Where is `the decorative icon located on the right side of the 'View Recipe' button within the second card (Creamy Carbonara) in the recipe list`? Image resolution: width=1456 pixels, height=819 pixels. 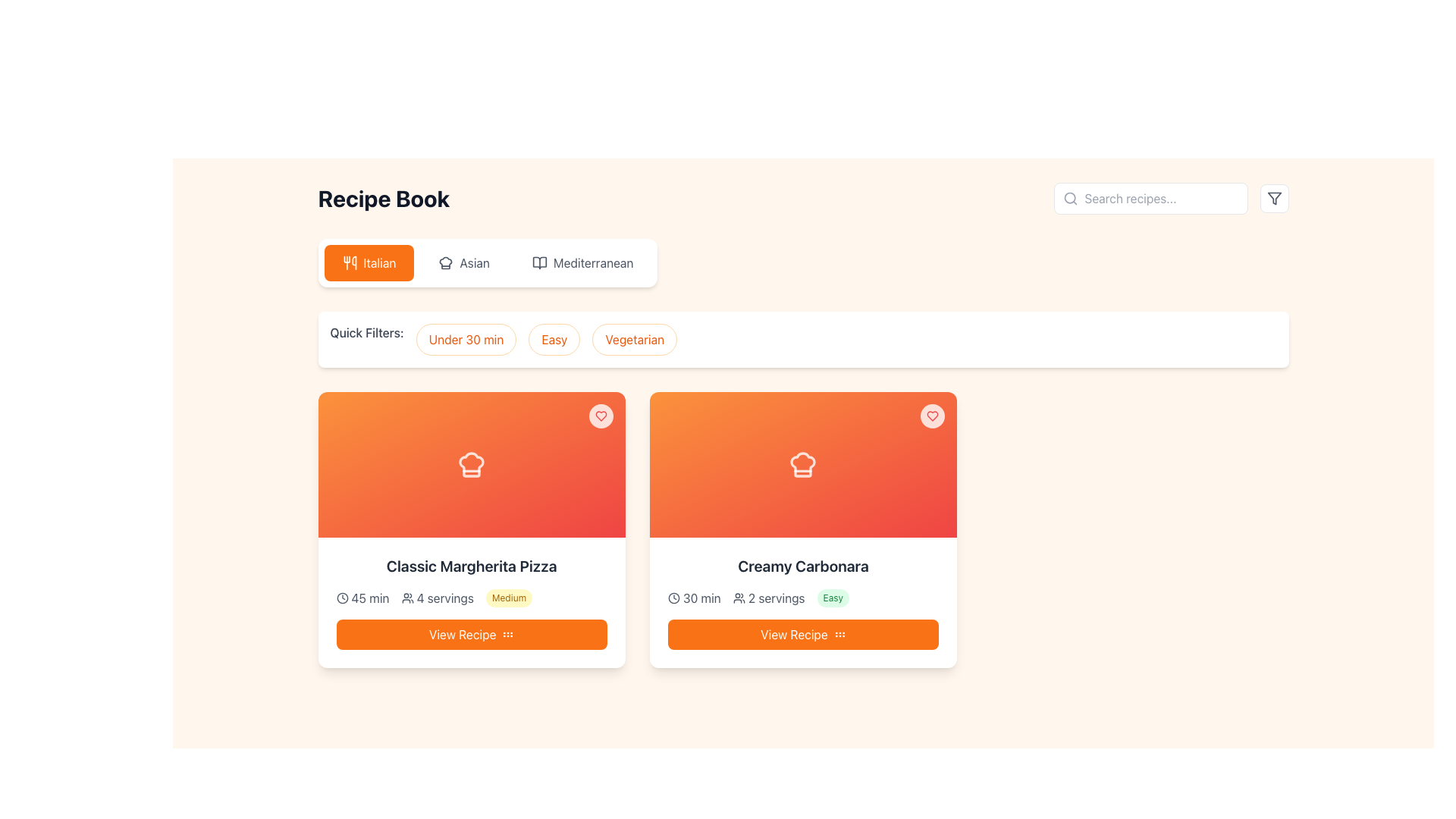 the decorative icon located on the right side of the 'View Recipe' button within the second card (Creamy Carbonara) in the recipe list is located at coordinates (839, 635).